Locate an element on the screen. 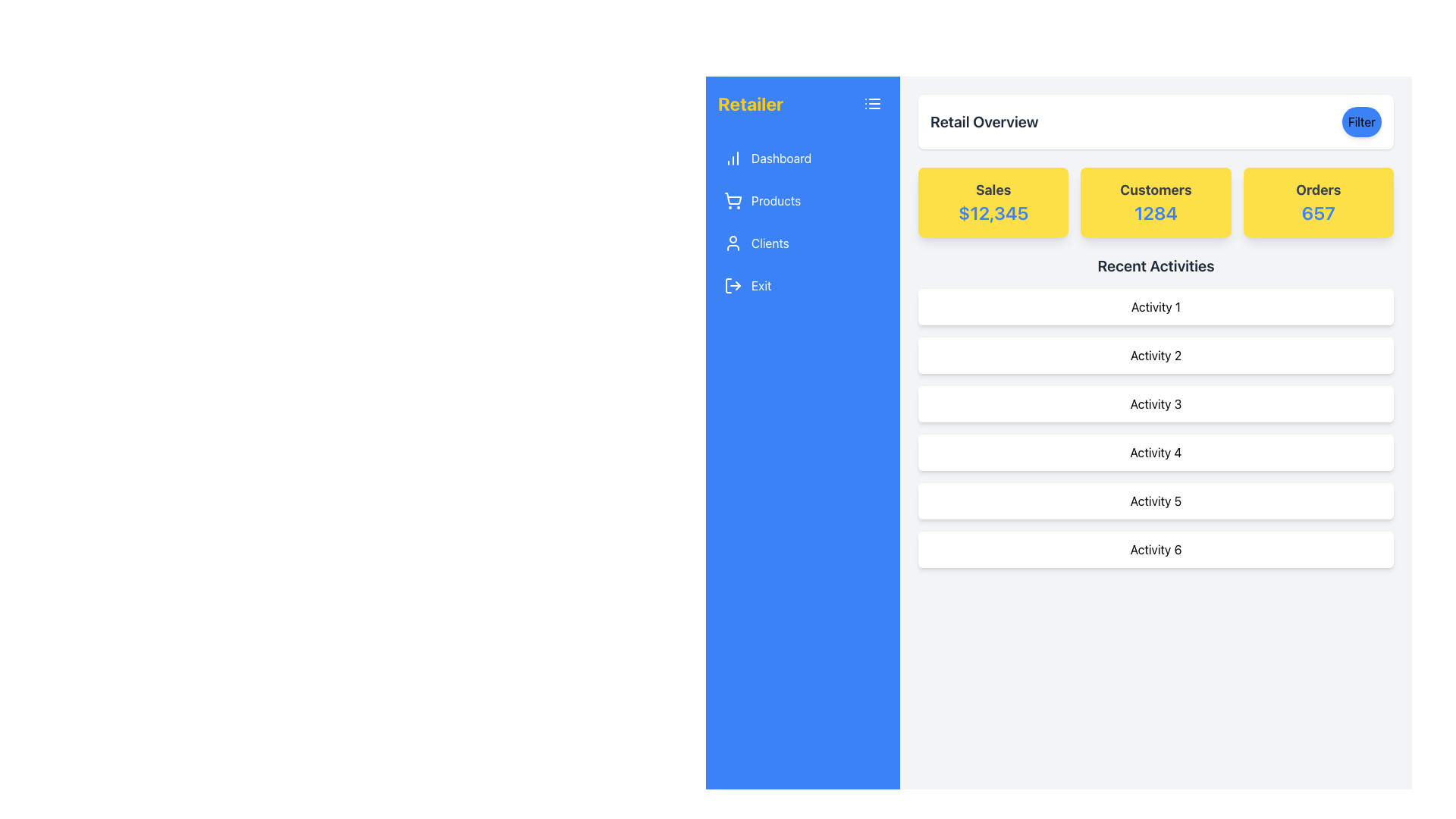 The height and width of the screenshot is (819, 1456). the user profile icon located to the left of the text 'Clients' in the navigation menu is located at coordinates (733, 242).